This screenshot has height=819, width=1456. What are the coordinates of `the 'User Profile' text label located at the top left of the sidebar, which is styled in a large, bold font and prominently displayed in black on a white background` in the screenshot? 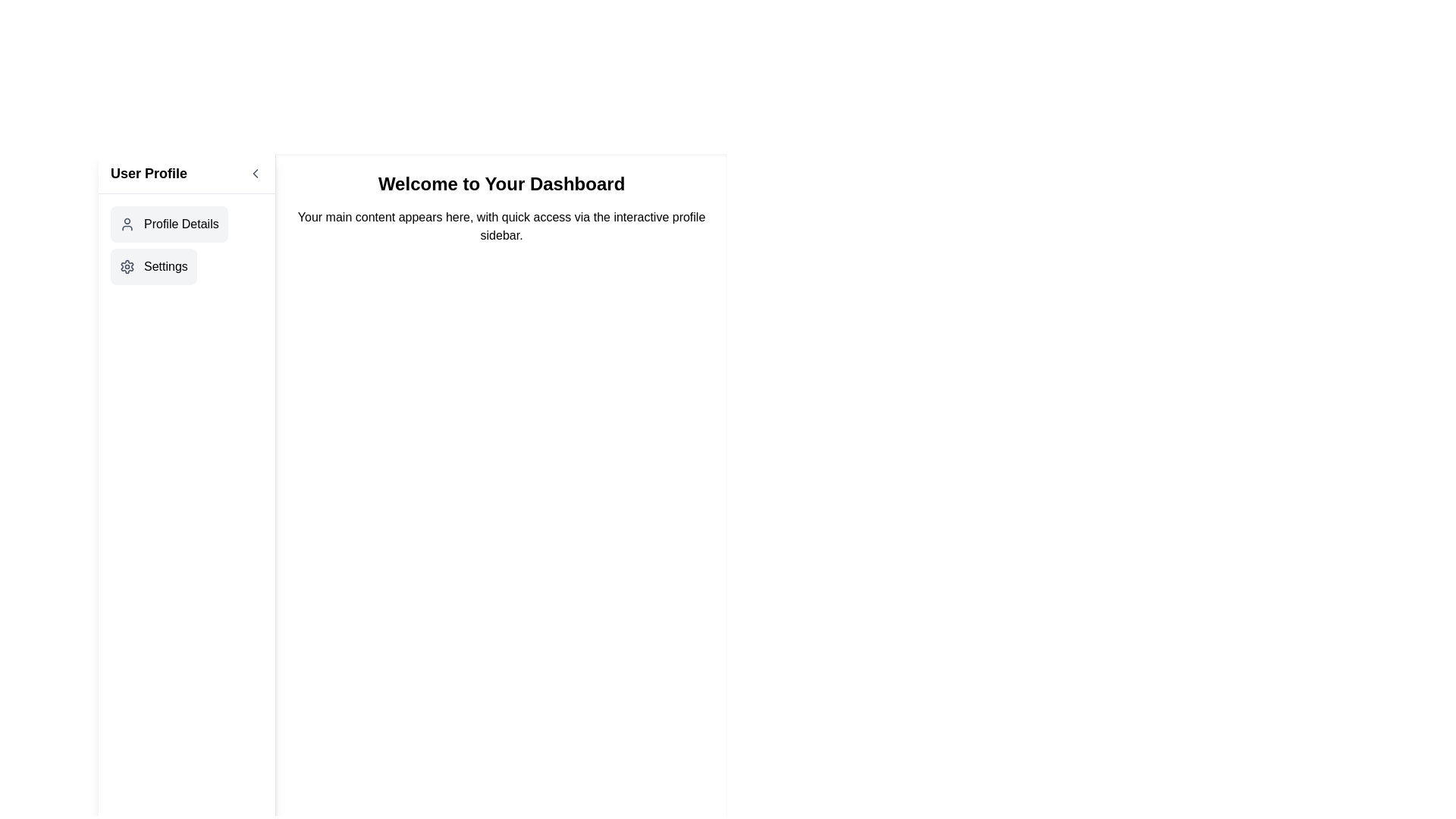 It's located at (149, 172).